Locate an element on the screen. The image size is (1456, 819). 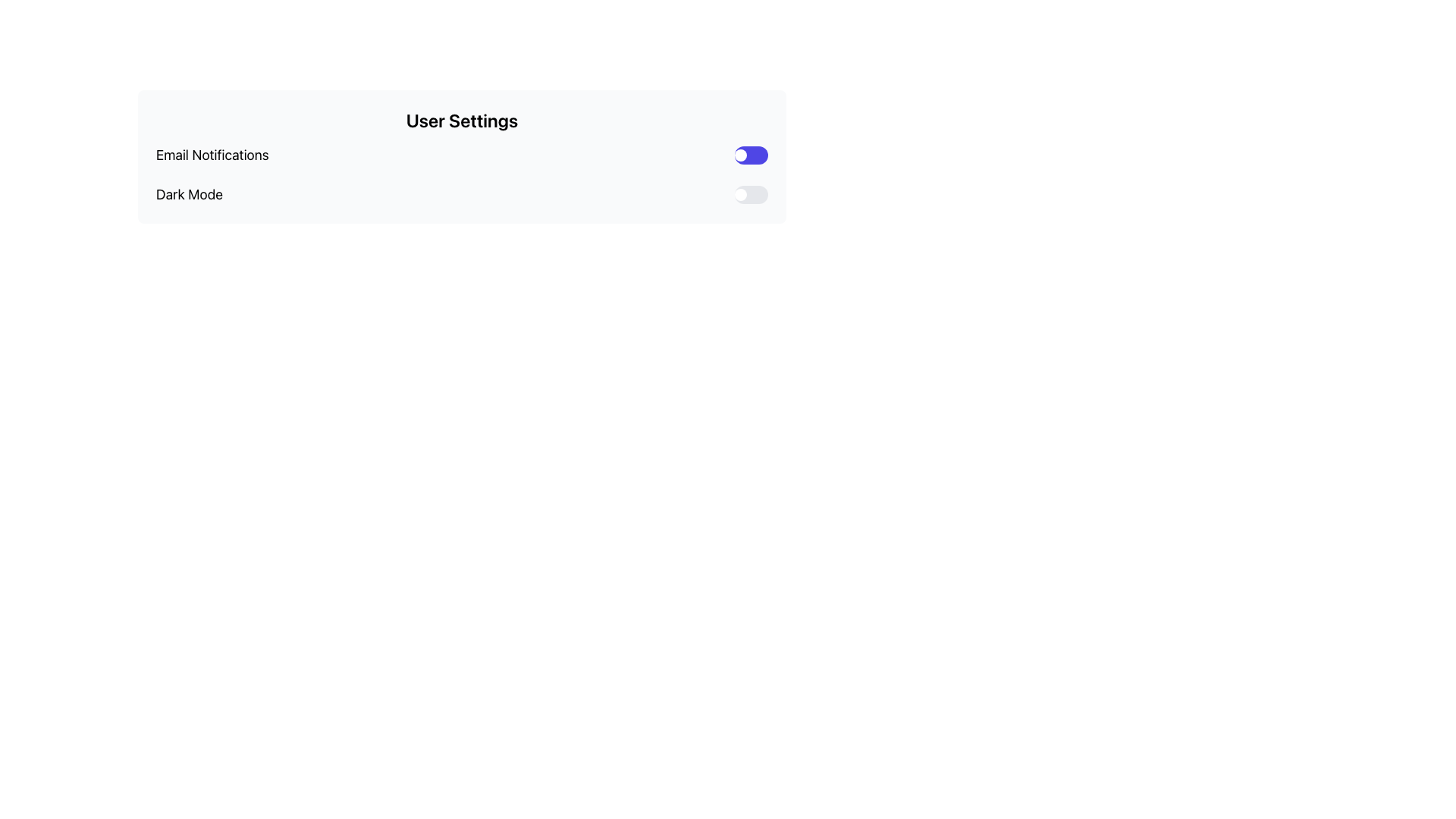
the blue oval toggle switch labeled 'Enable Notifications' is located at coordinates (751, 155).